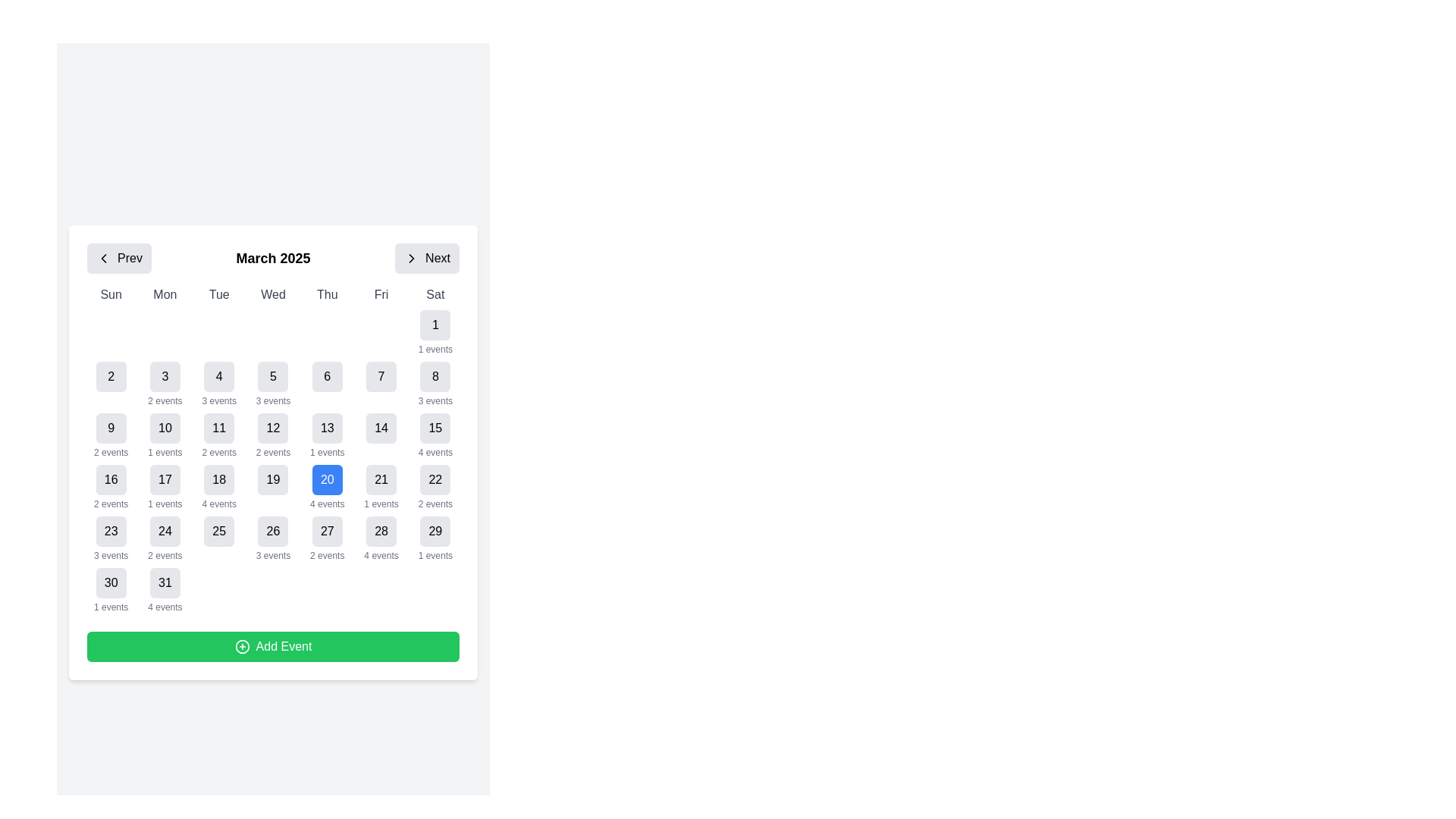 Image resolution: width=1456 pixels, height=819 pixels. Describe the element at coordinates (381, 383) in the screenshot. I see `the button displaying the digit '7' in the calendar grid` at that location.